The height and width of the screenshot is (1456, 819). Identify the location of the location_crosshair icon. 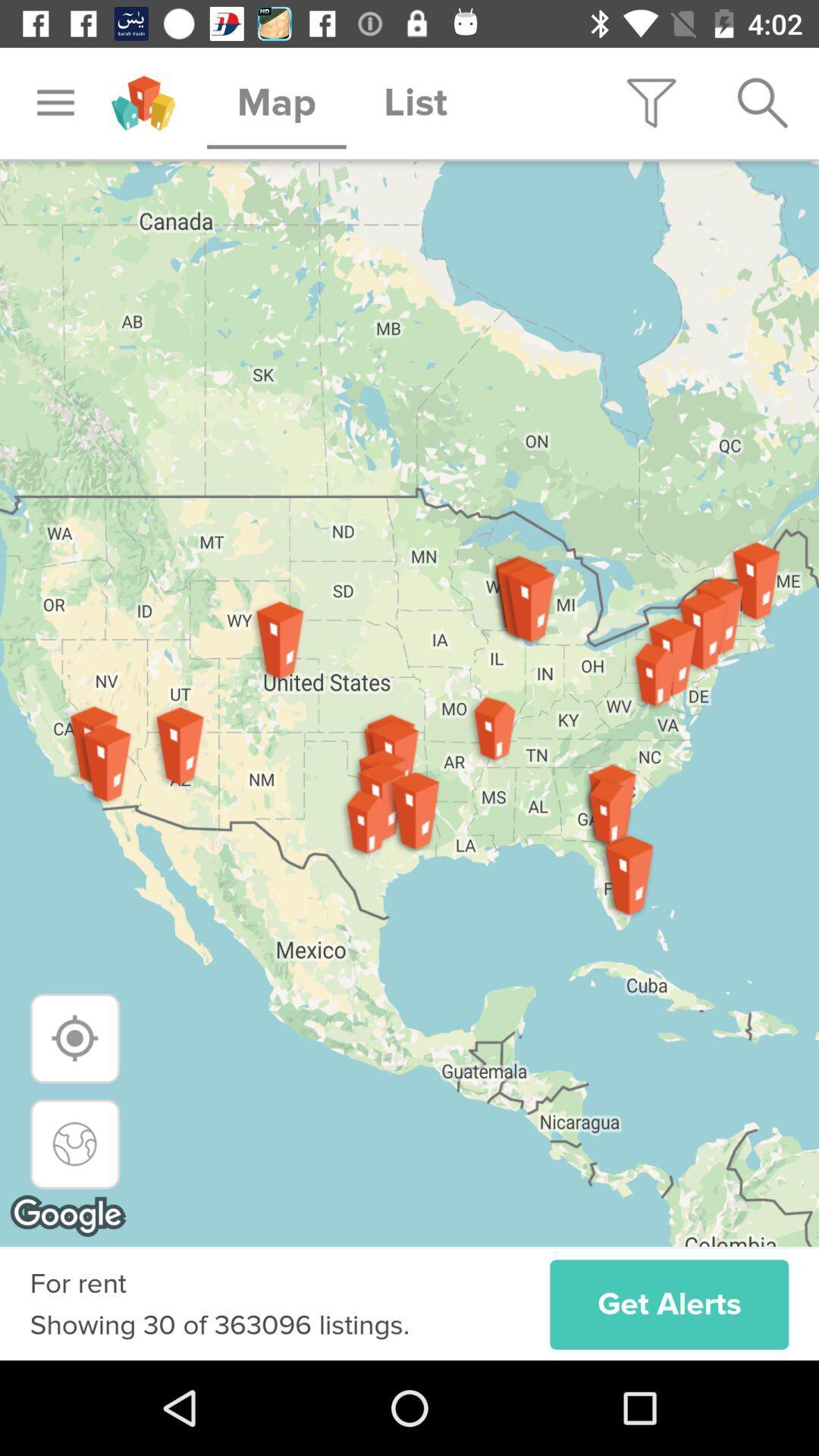
(75, 1037).